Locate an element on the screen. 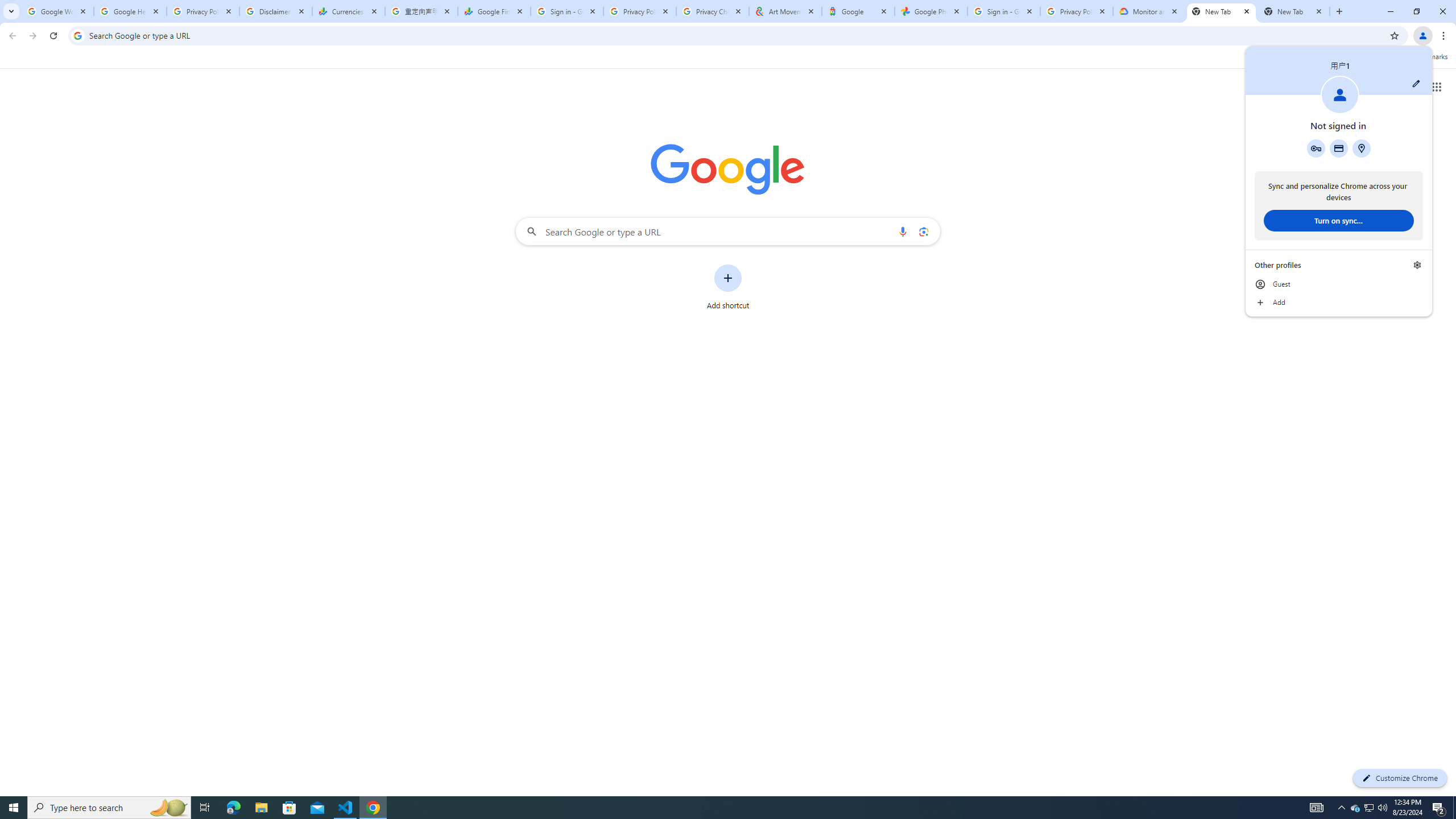 This screenshot has width=1456, height=819. 'Guest' is located at coordinates (1338, 283).